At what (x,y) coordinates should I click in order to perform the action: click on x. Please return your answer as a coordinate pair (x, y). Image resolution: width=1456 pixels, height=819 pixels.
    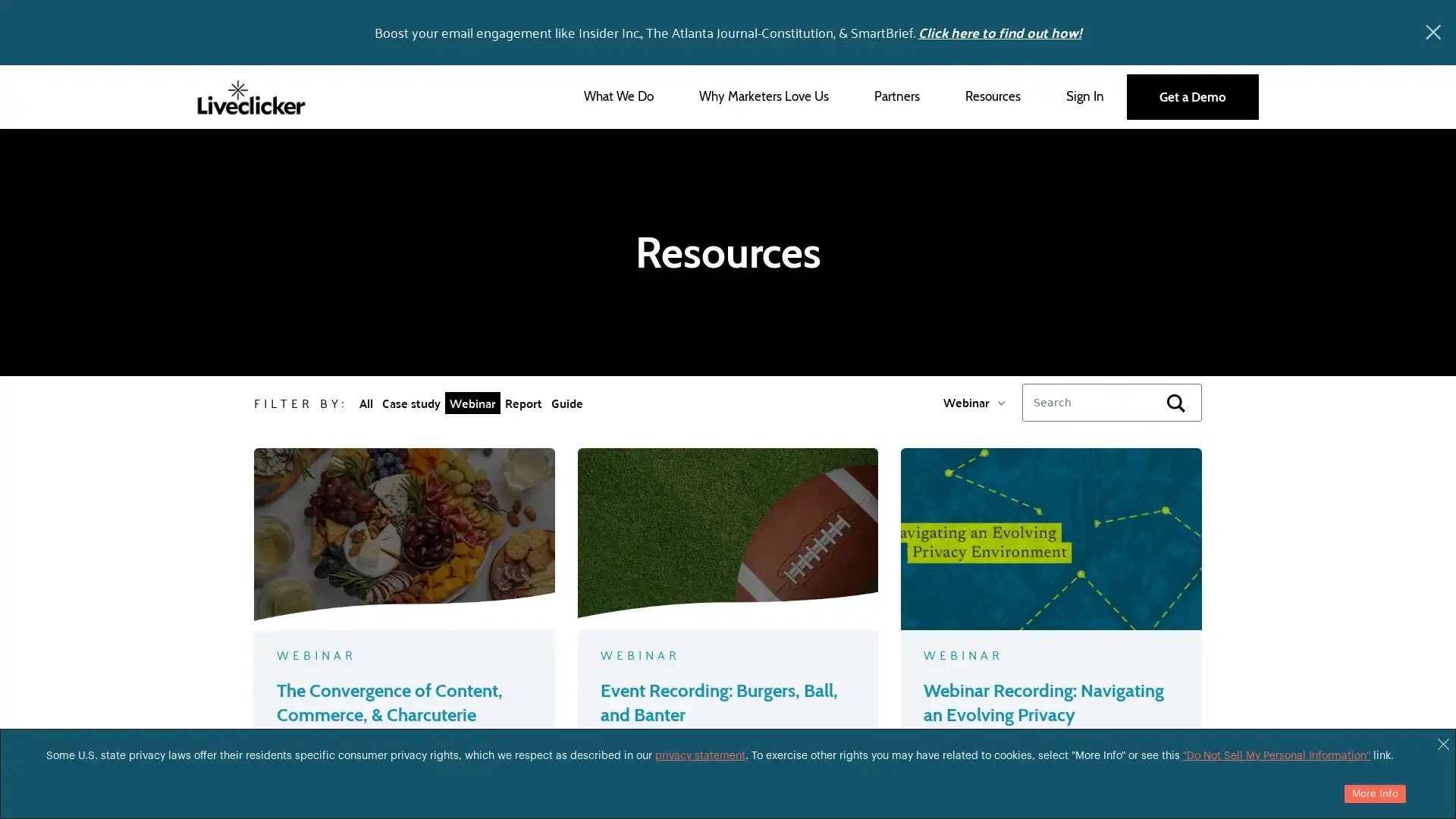
    Looking at the image, I should click on (1432, 32).